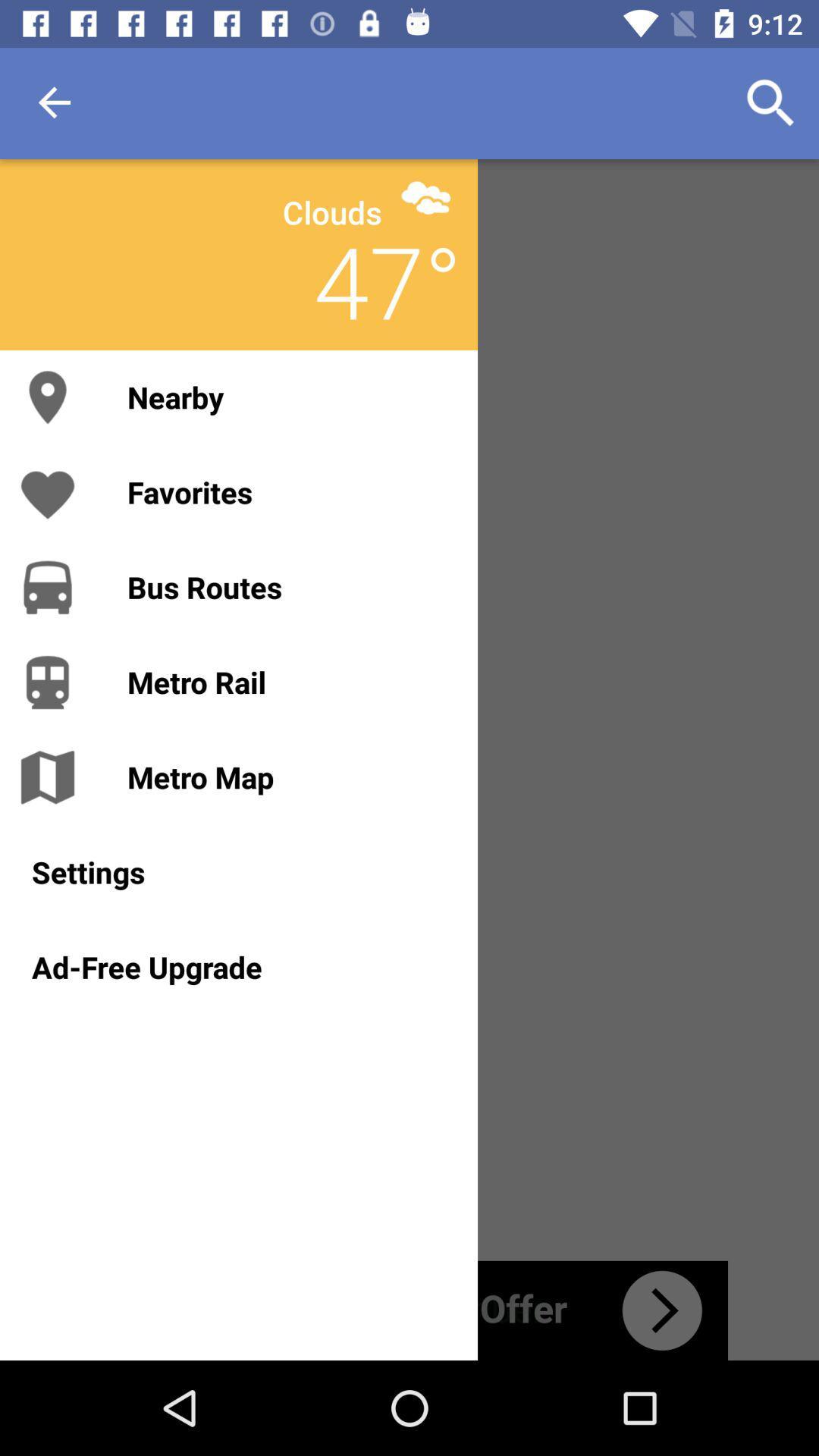  Describe the element at coordinates (425, 196) in the screenshot. I see `icon next to clouds icon` at that location.